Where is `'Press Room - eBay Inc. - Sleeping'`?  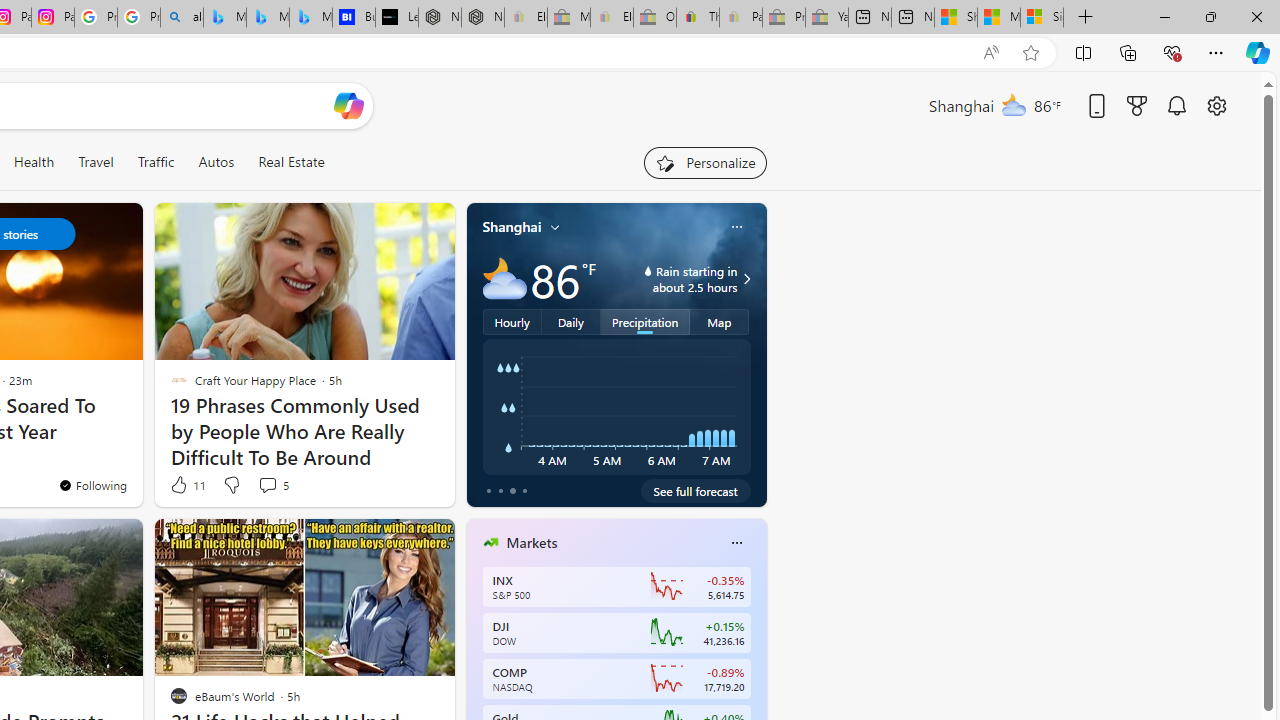 'Press Room - eBay Inc. - Sleeping' is located at coordinates (783, 17).